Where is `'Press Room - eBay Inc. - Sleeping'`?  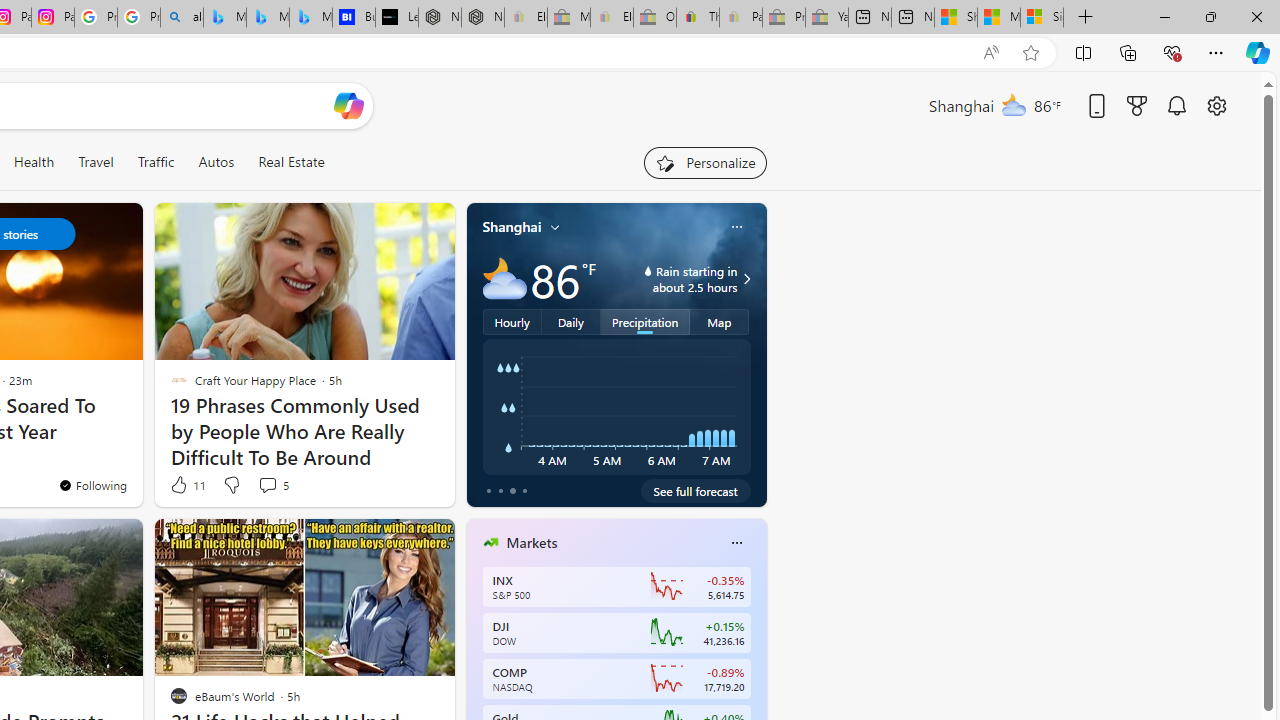 'Press Room - eBay Inc. - Sleeping' is located at coordinates (783, 17).